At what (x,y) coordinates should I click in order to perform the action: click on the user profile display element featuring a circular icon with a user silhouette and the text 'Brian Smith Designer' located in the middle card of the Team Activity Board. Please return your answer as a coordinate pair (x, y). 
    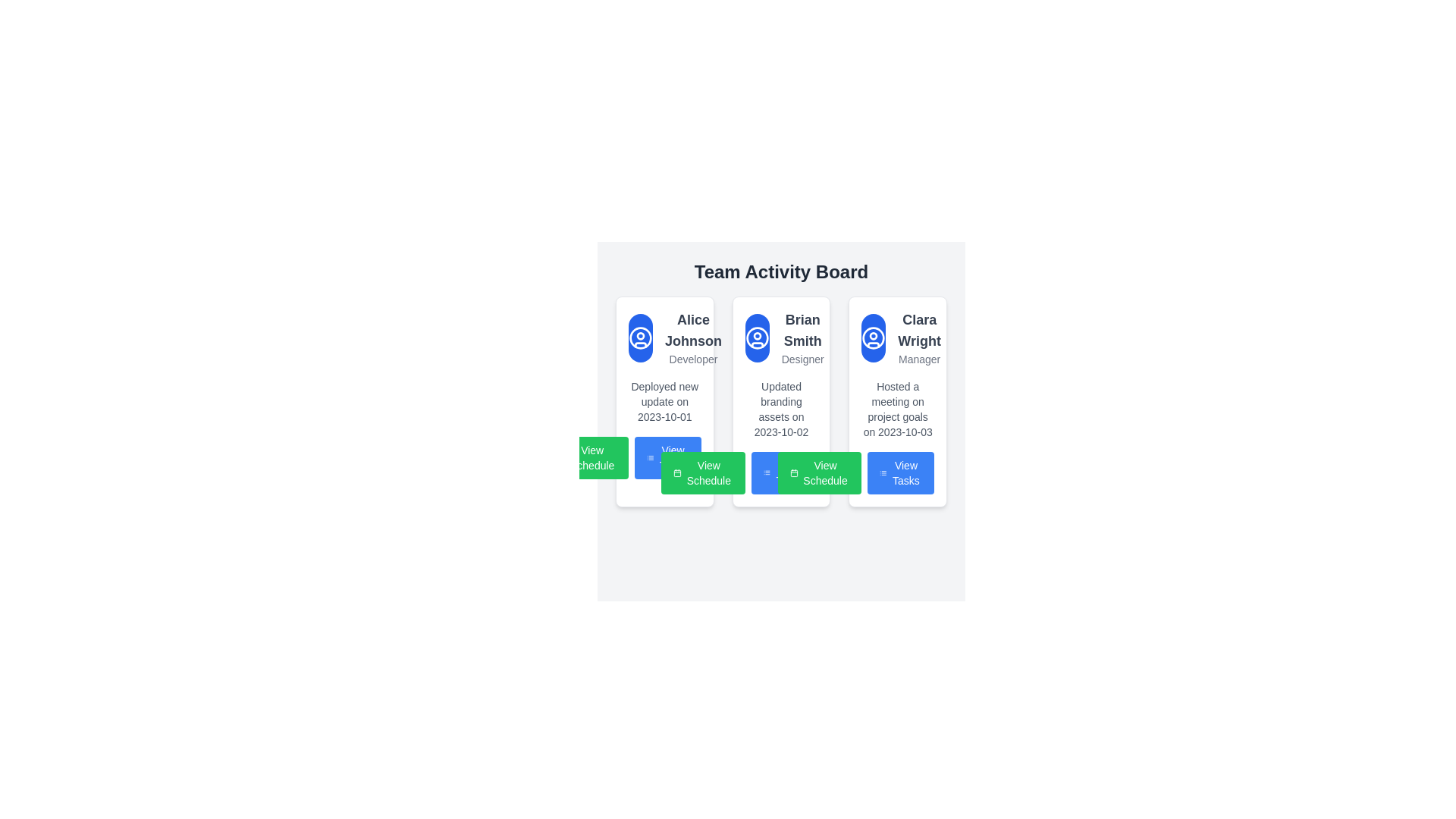
    Looking at the image, I should click on (781, 337).